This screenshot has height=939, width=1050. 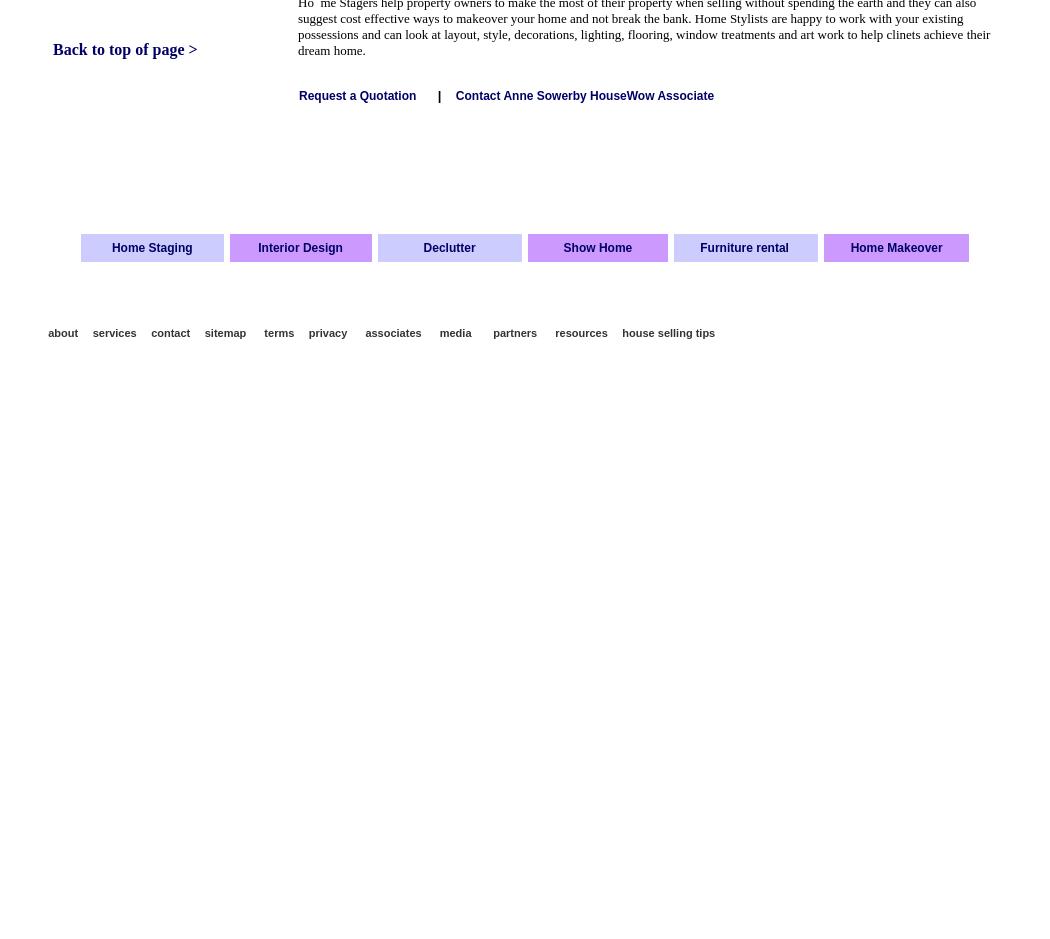 What do you see at coordinates (585, 95) in the screenshot?
I see `'Contact
              Anne Sowerby HouseWow Associate'` at bounding box center [585, 95].